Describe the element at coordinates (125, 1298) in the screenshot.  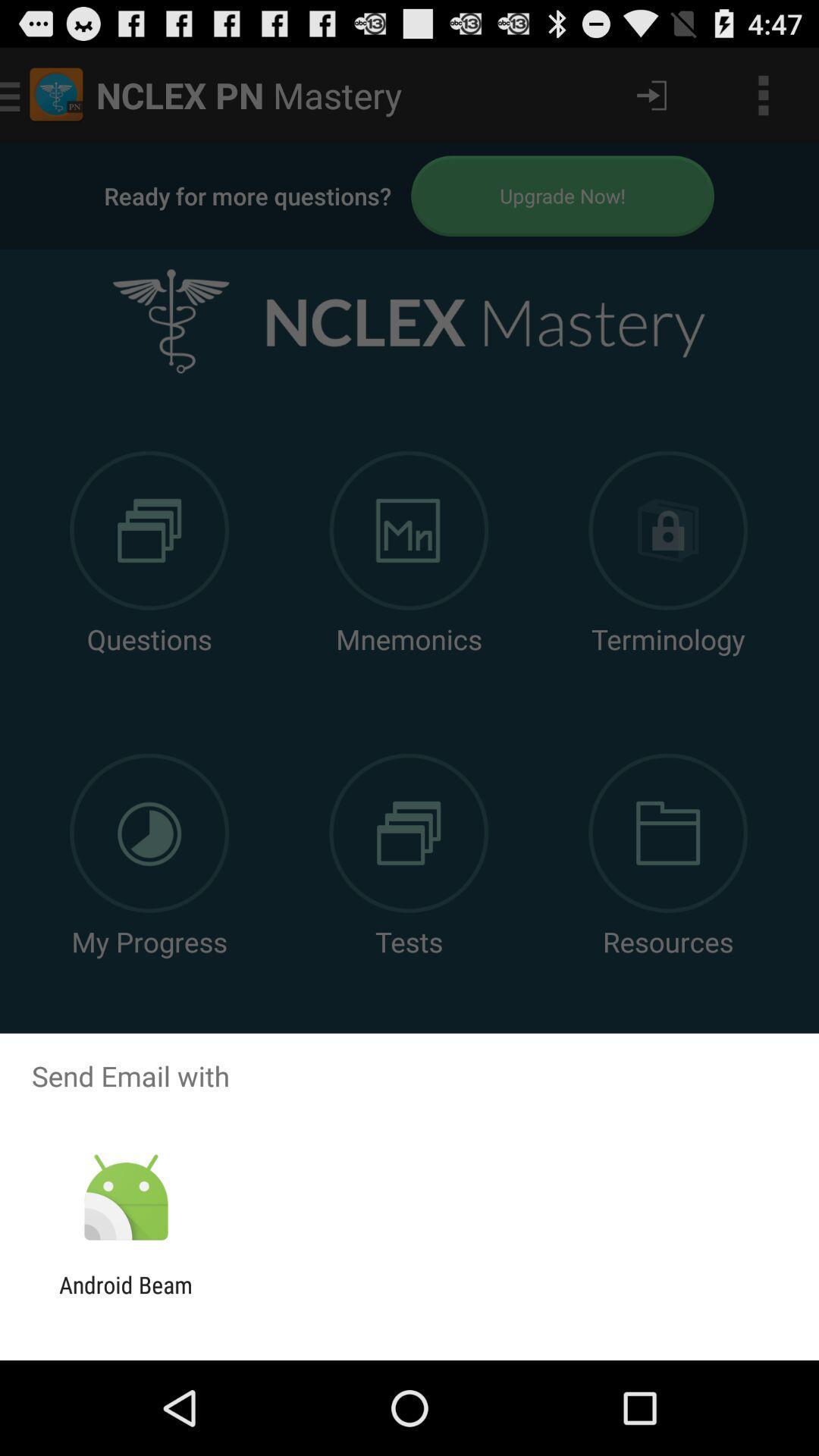
I see `the android beam` at that location.